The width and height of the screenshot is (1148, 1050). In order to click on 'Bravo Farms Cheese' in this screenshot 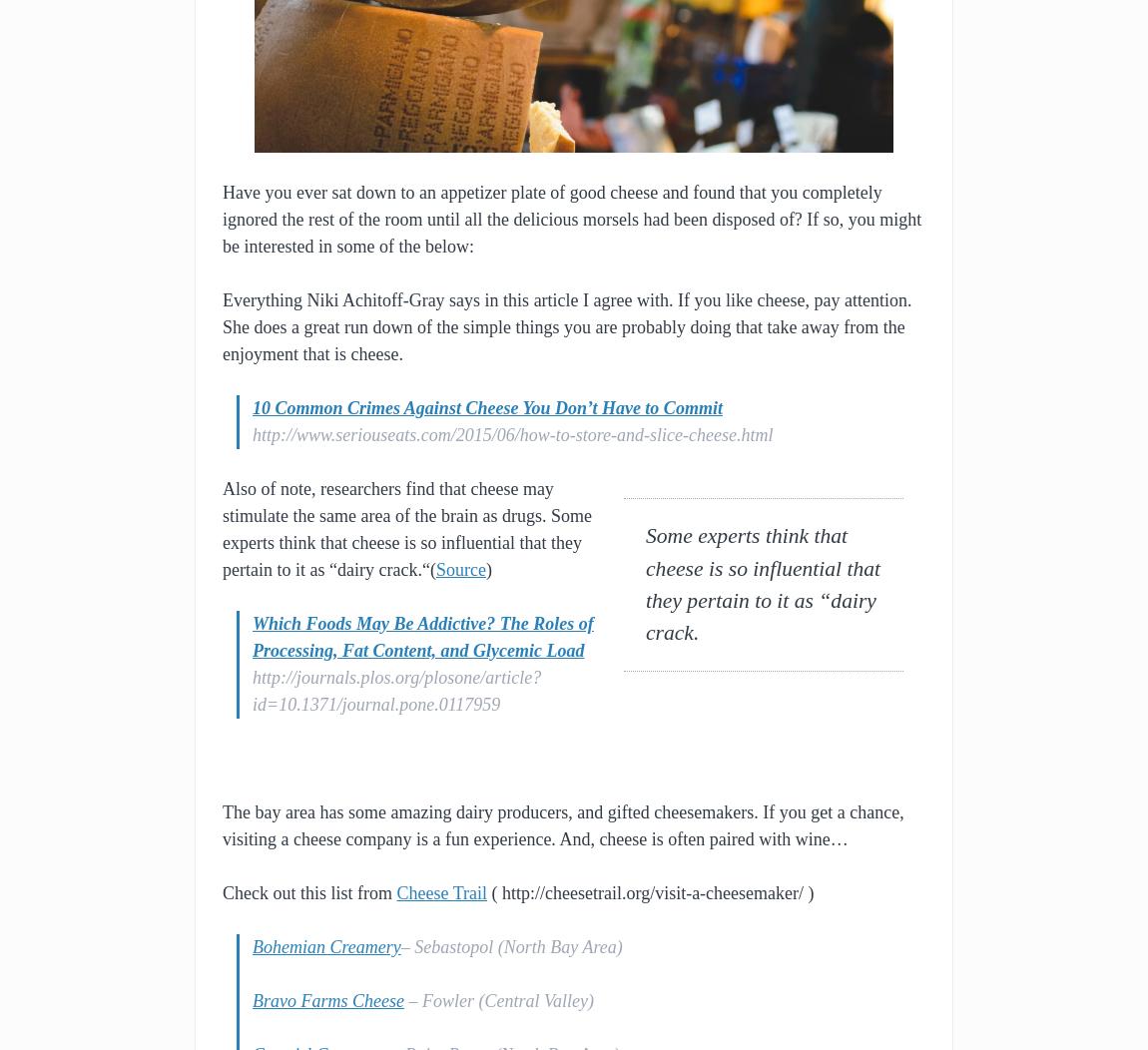, I will do `click(327, 1000)`.